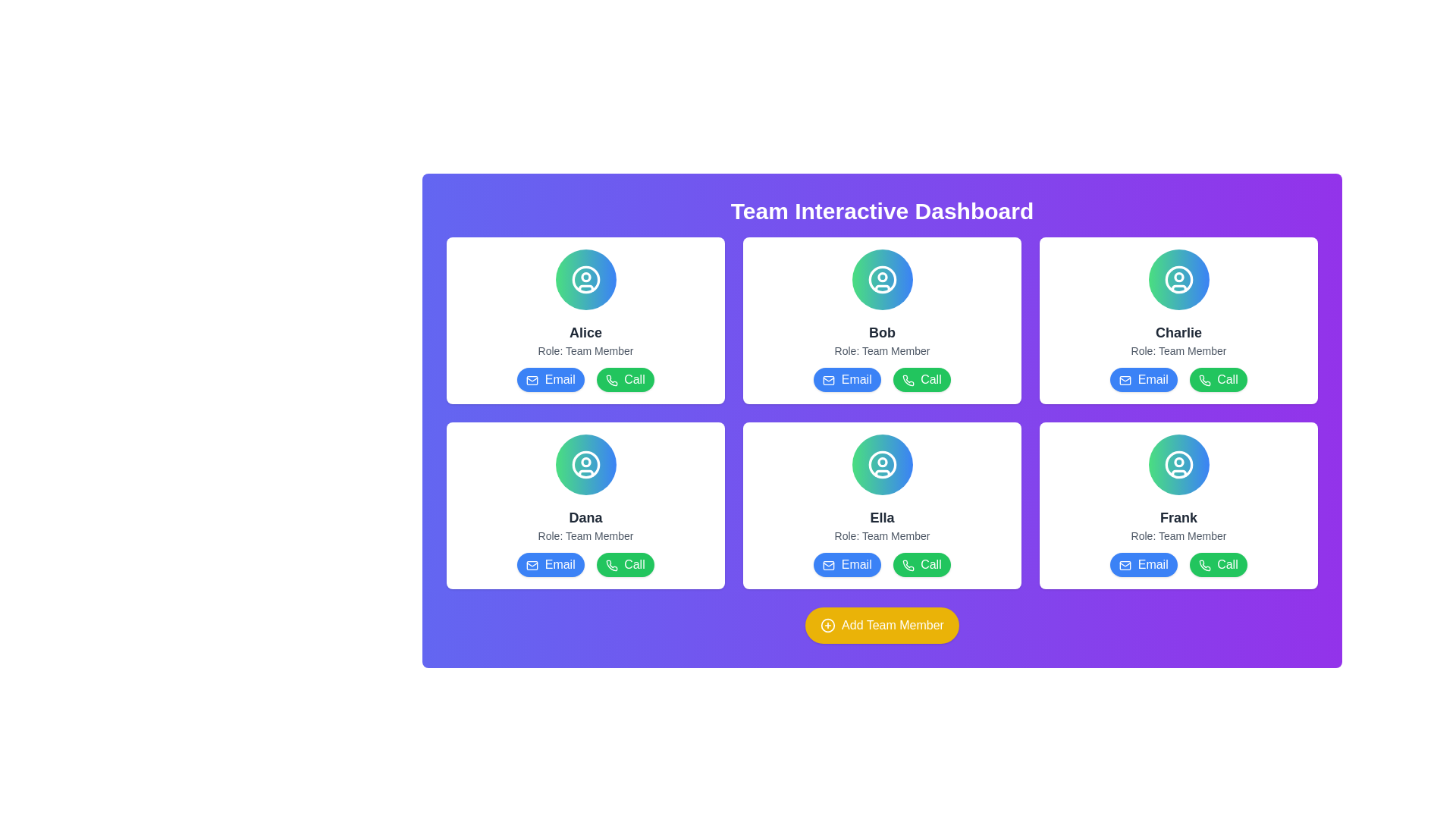  Describe the element at coordinates (882, 535) in the screenshot. I see `the text label displaying 'Role: Team Member', which is located below the 'Ella' title text within the white rectangular card` at that location.